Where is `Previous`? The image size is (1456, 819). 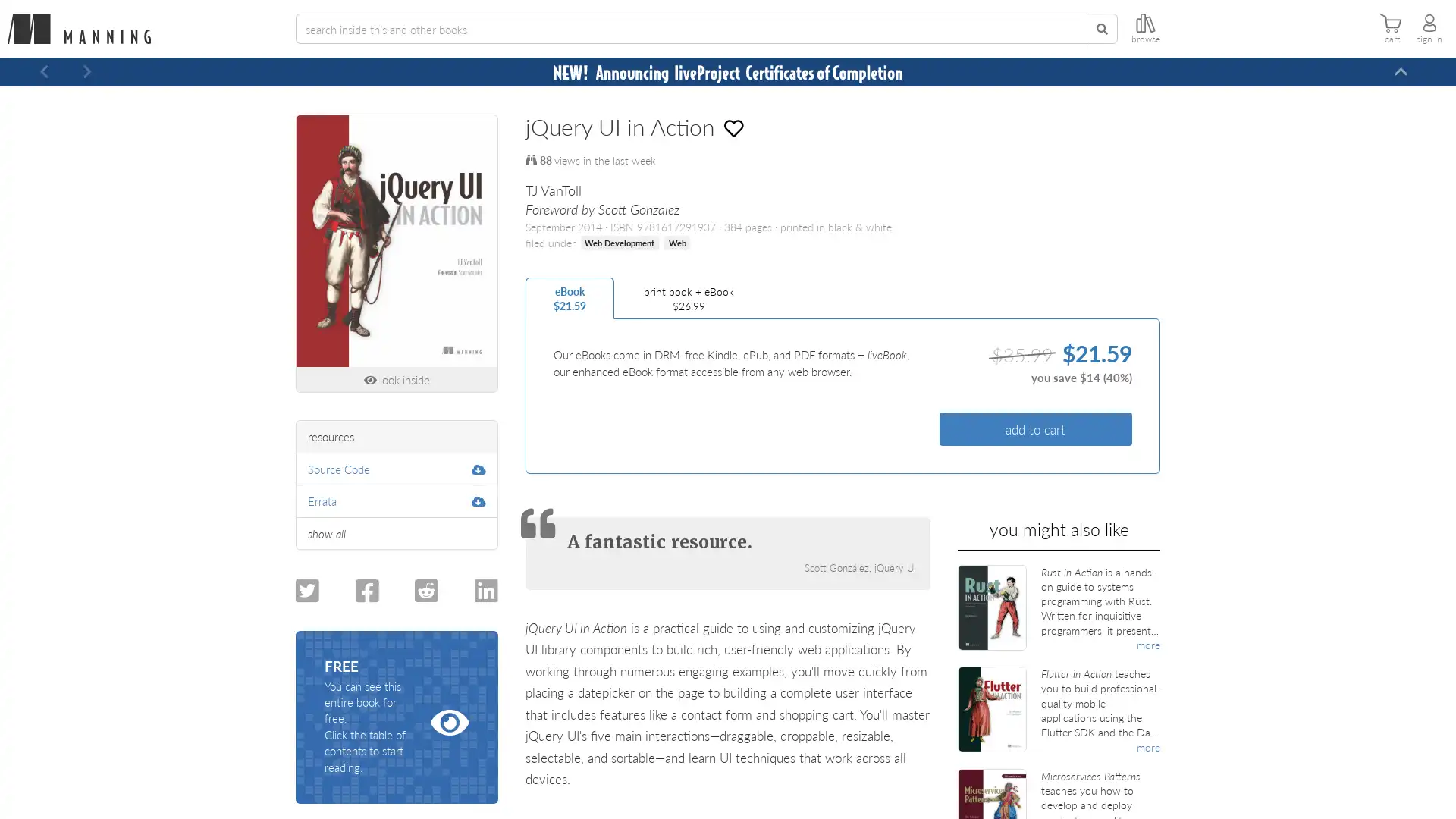
Previous is located at coordinates (44, 72).